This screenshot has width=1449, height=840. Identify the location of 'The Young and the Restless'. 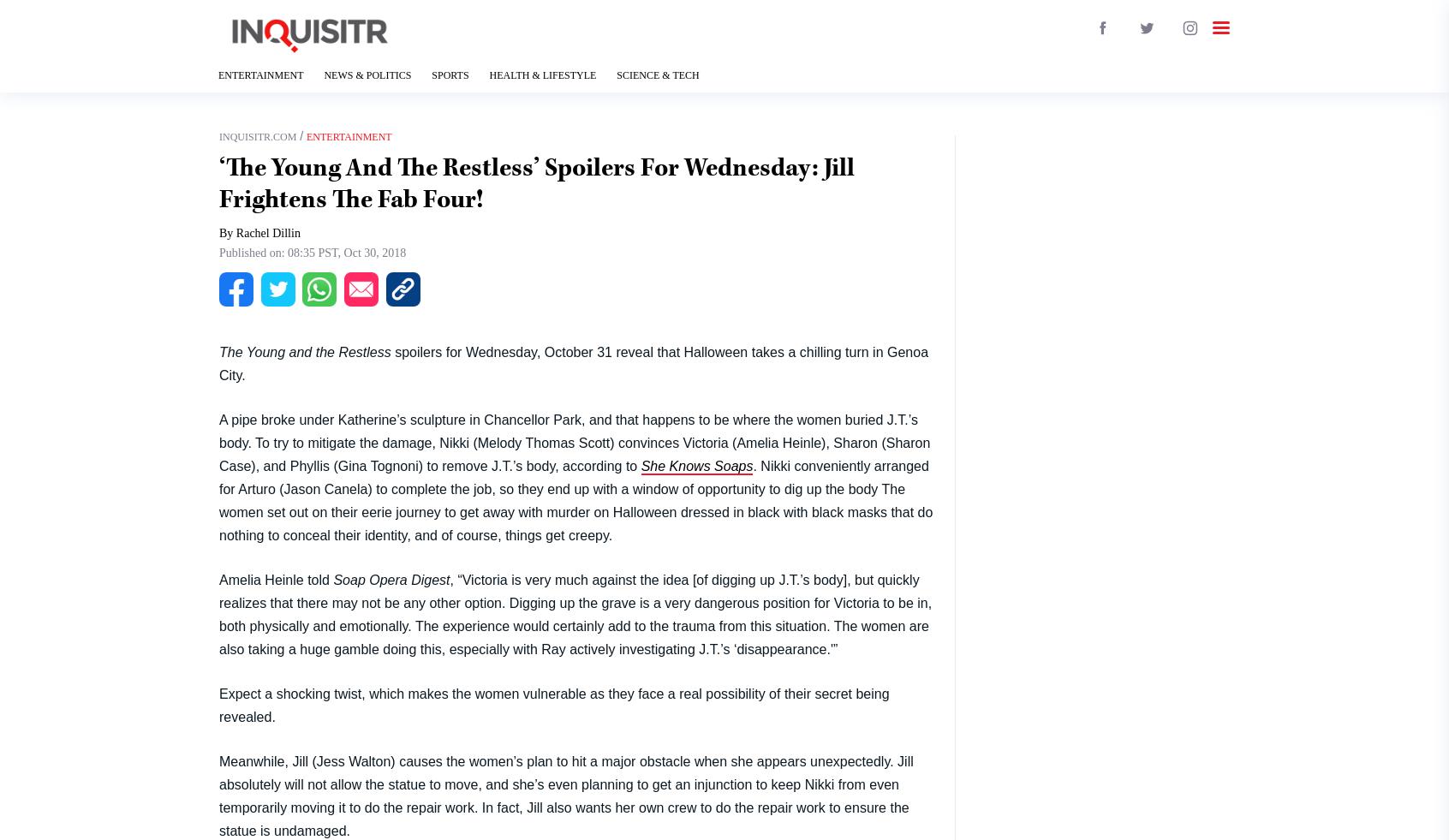
(304, 350).